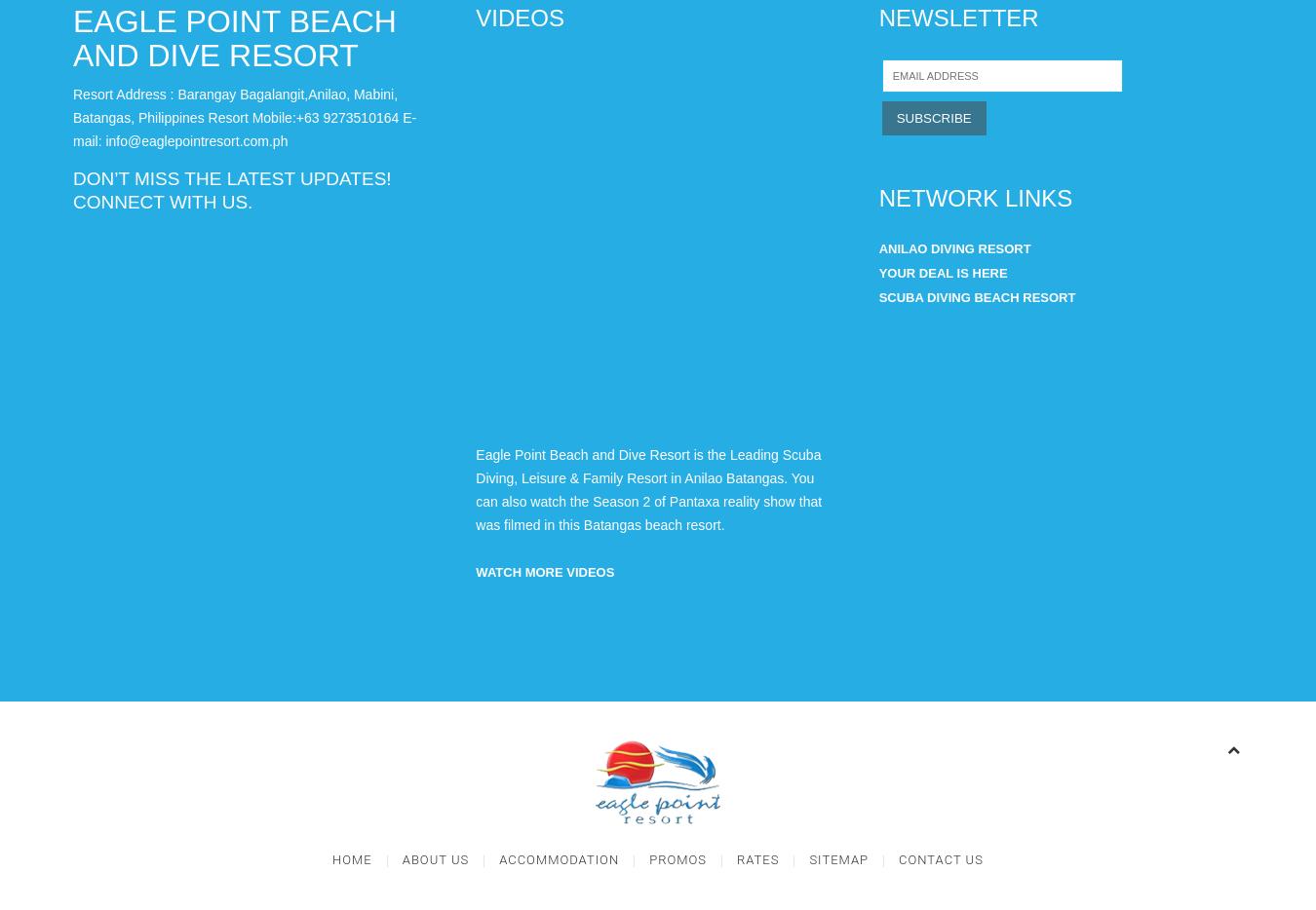 The width and height of the screenshot is (1316, 910). What do you see at coordinates (162, 201) in the screenshot?
I see `'CONNECT WITH US.'` at bounding box center [162, 201].